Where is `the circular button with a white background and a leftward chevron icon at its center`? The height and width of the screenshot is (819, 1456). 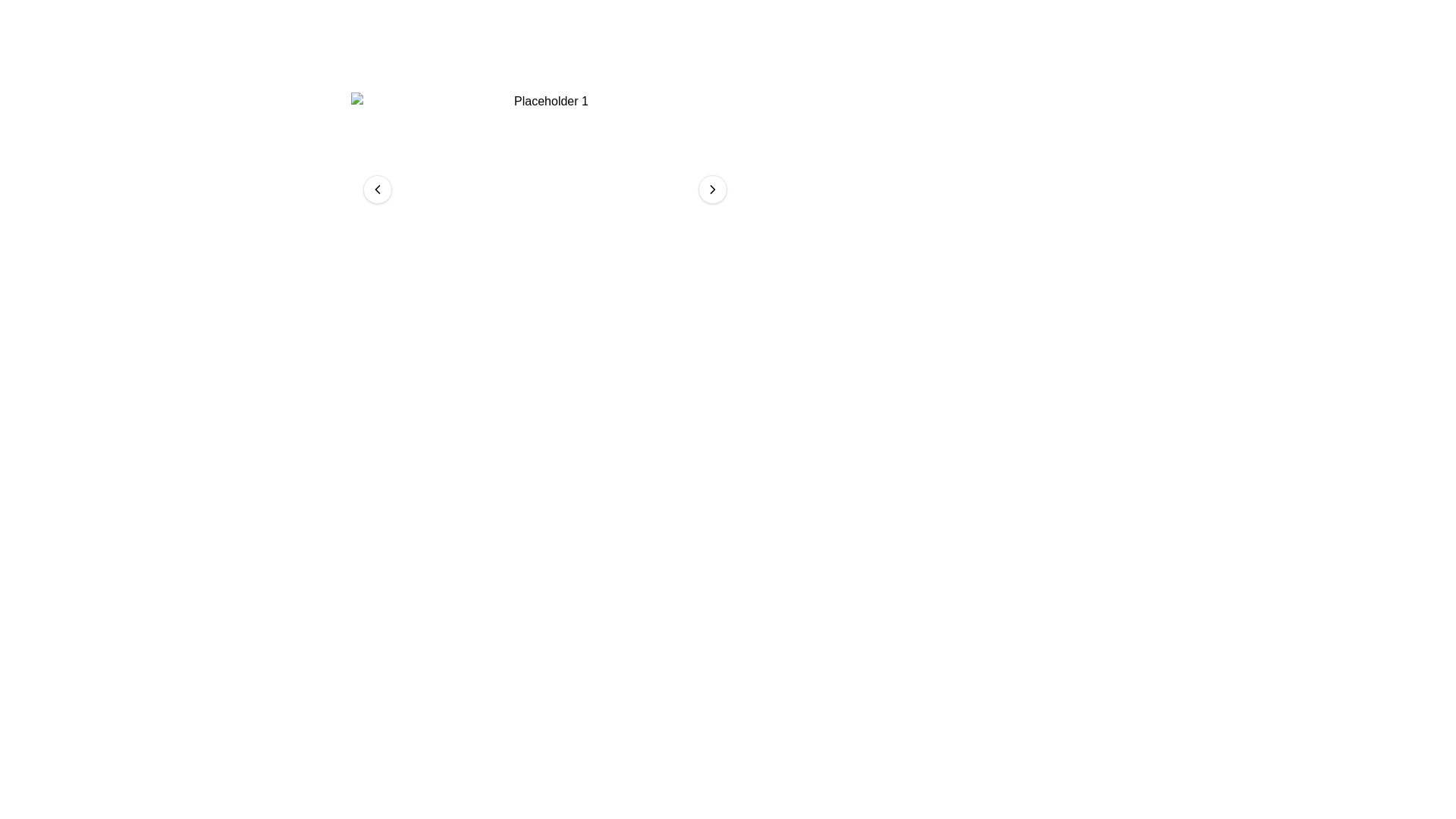 the circular button with a white background and a leftward chevron icon at its center is located at coordinates (378, 189).